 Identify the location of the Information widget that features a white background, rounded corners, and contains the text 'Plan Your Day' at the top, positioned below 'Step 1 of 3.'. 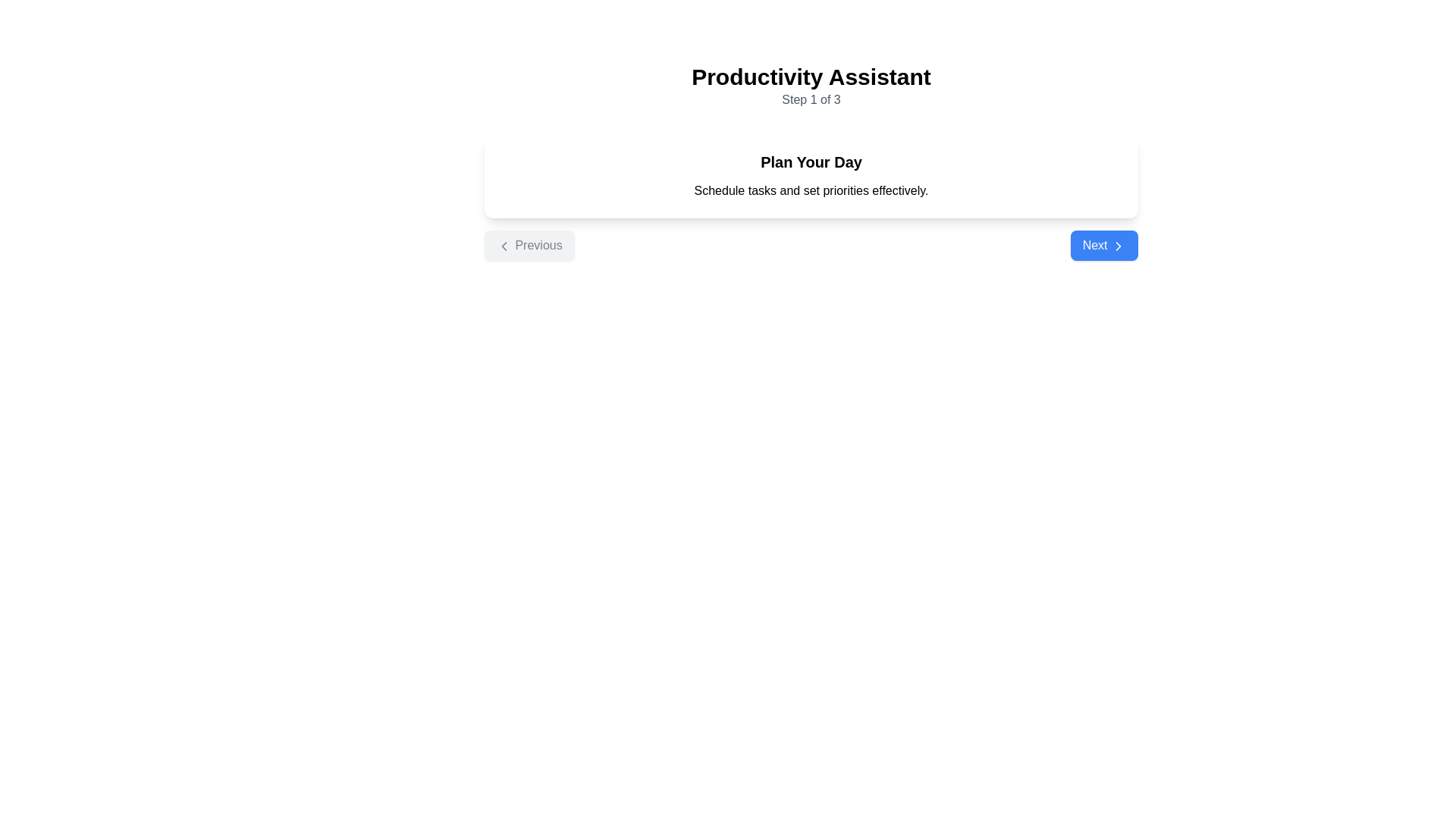
(811, 174).